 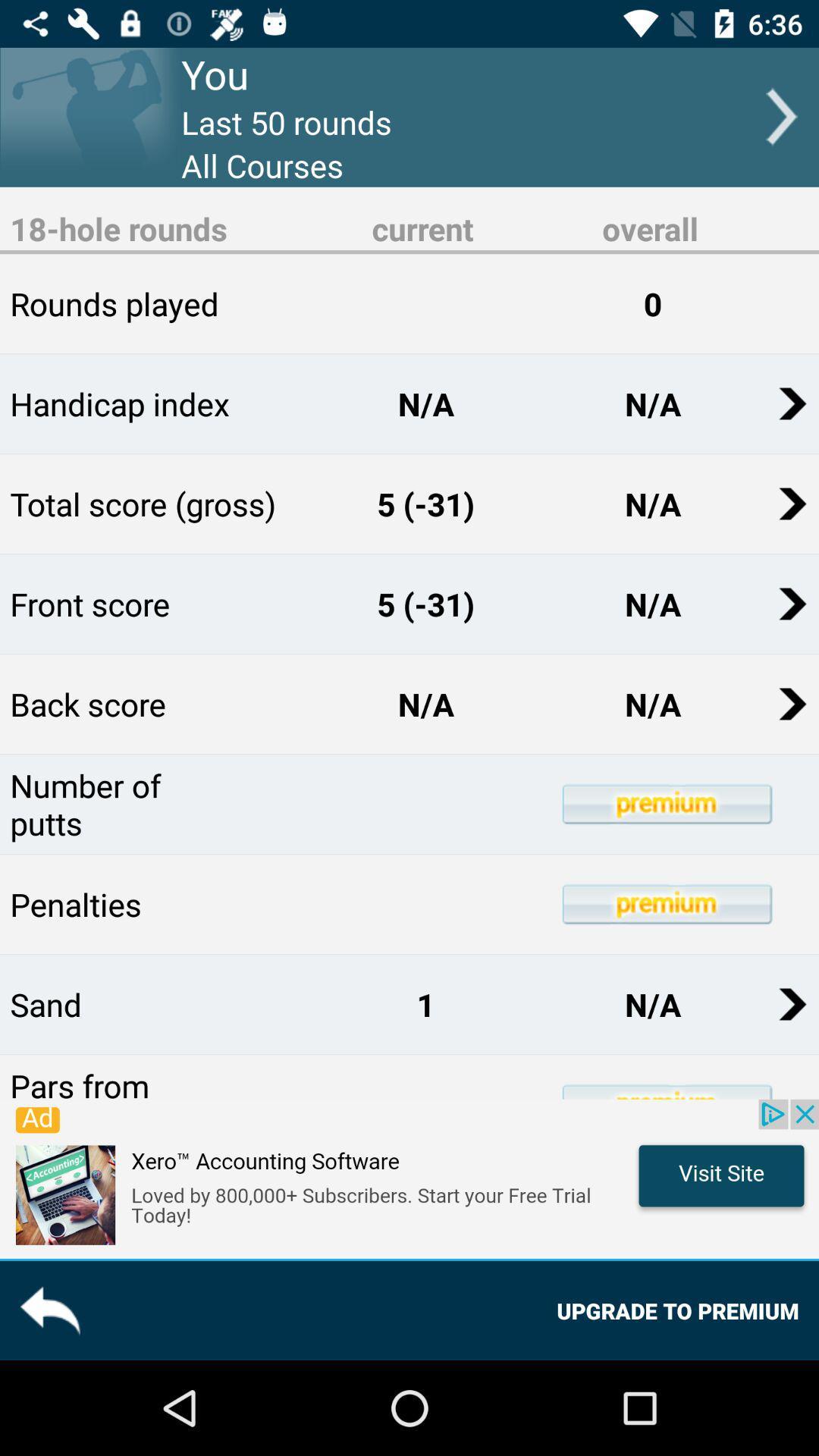 I want to click on advertisement page, so click(x=409, y=1178).